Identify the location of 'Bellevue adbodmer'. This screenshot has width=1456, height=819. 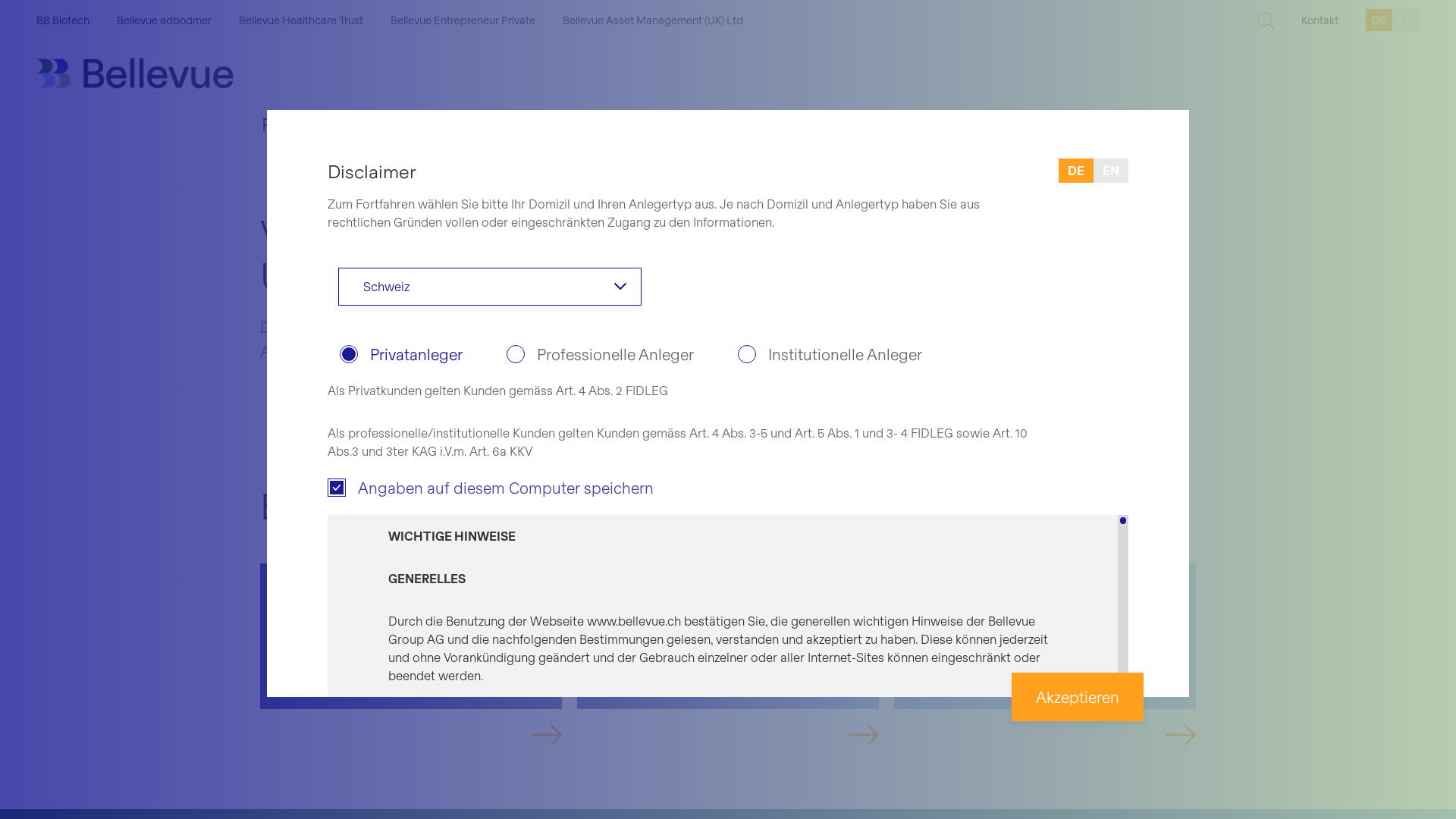
(115, 20).